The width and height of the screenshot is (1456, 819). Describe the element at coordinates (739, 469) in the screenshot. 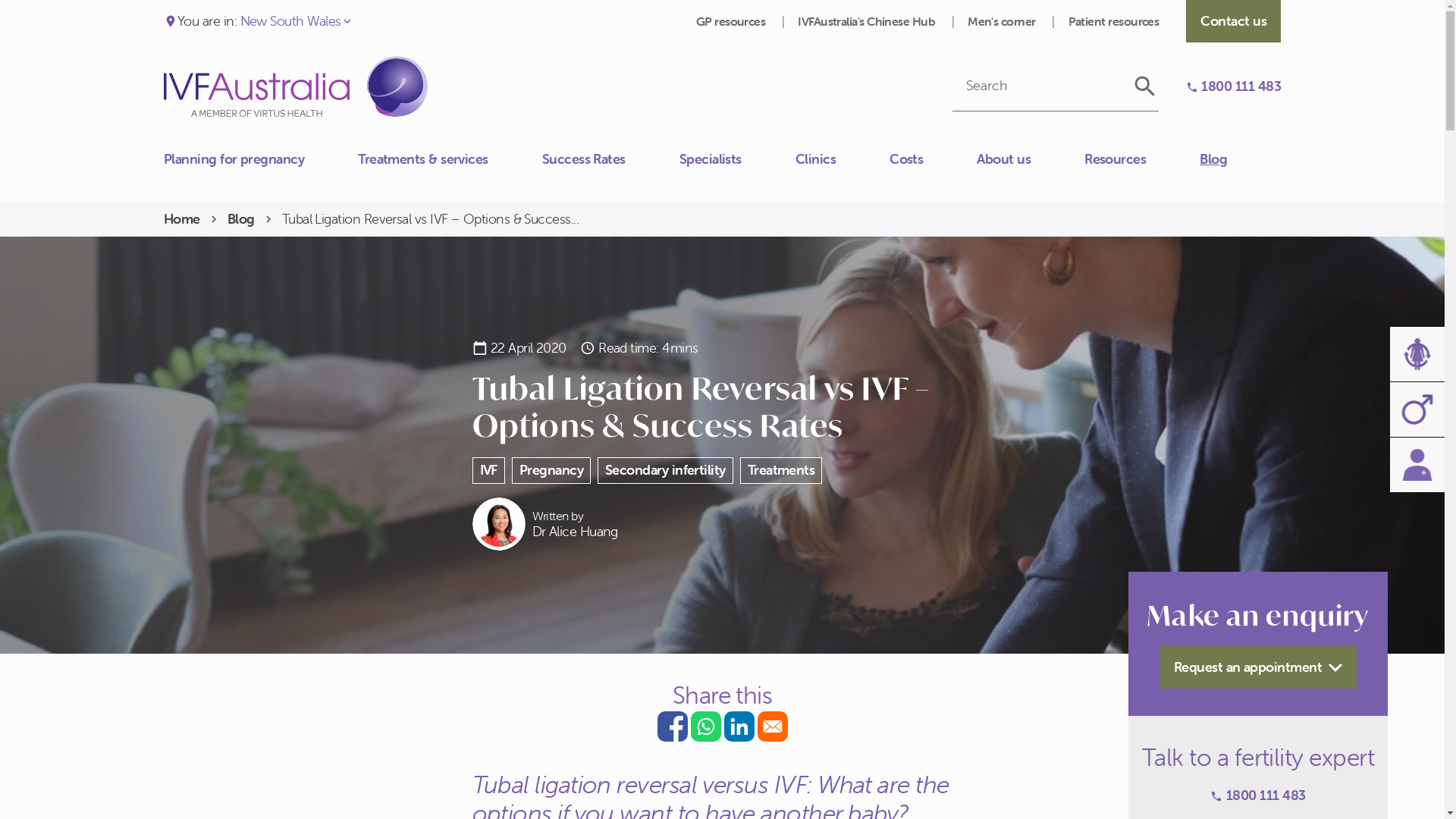

I see `'Treatments'` at that location.